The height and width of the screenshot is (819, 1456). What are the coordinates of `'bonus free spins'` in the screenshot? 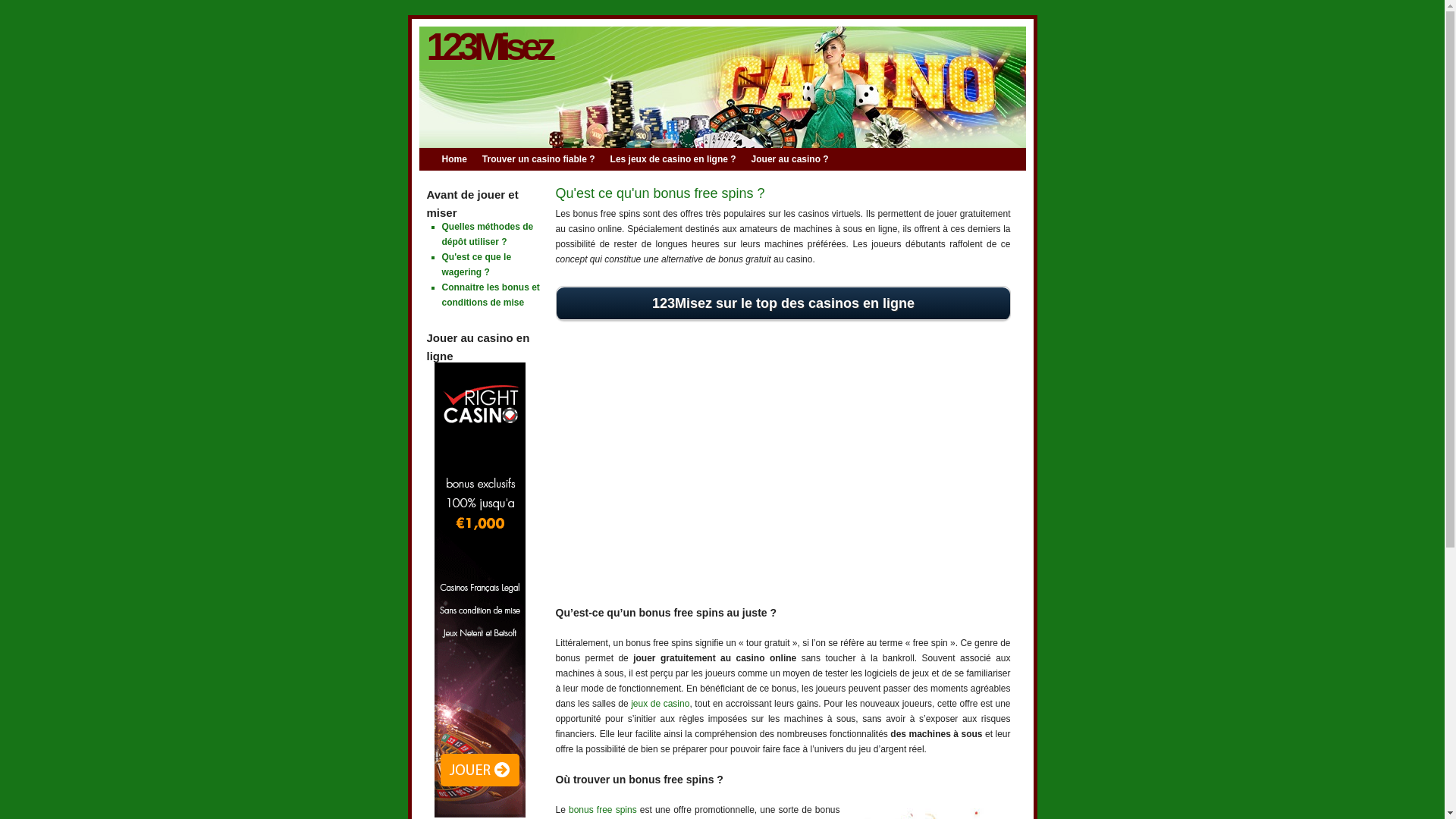 It's located at (602, 809).